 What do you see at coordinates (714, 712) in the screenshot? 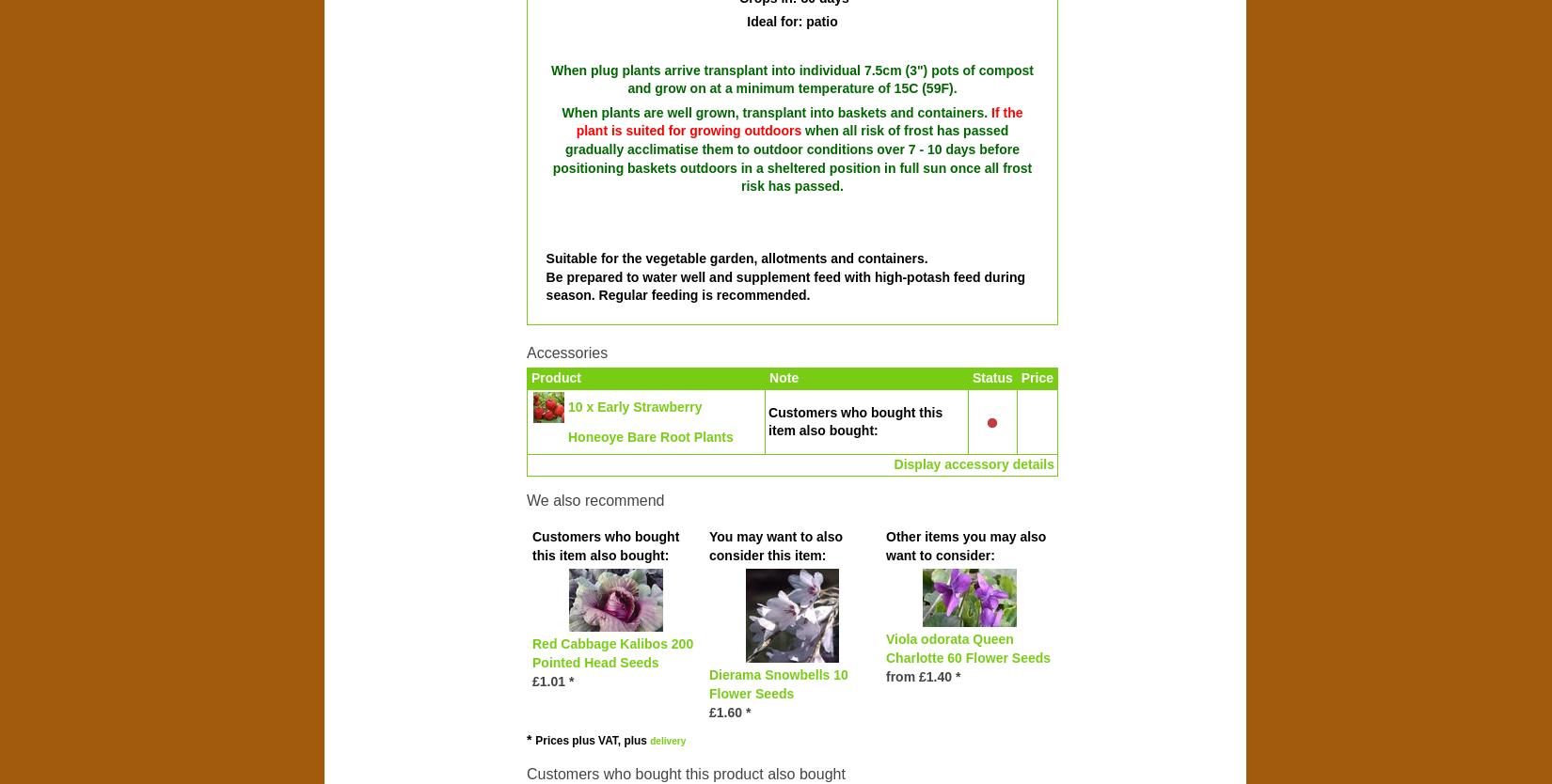
I see `'1.60'` at bounding box center [714, 712].